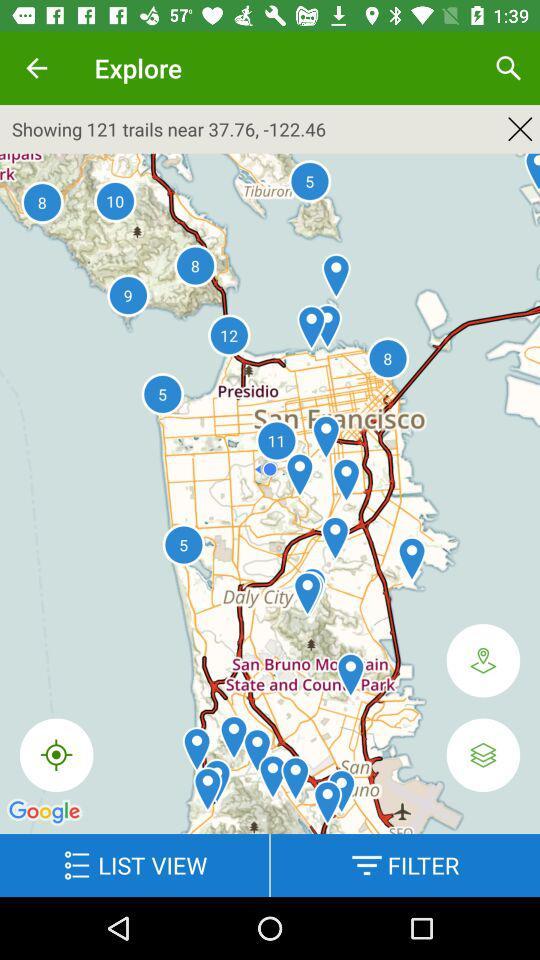 The height and width of the screenshot is (960, 540). Describe the element at coordinates (520, 128) in the screenshot. I see `the close icon` at that location.